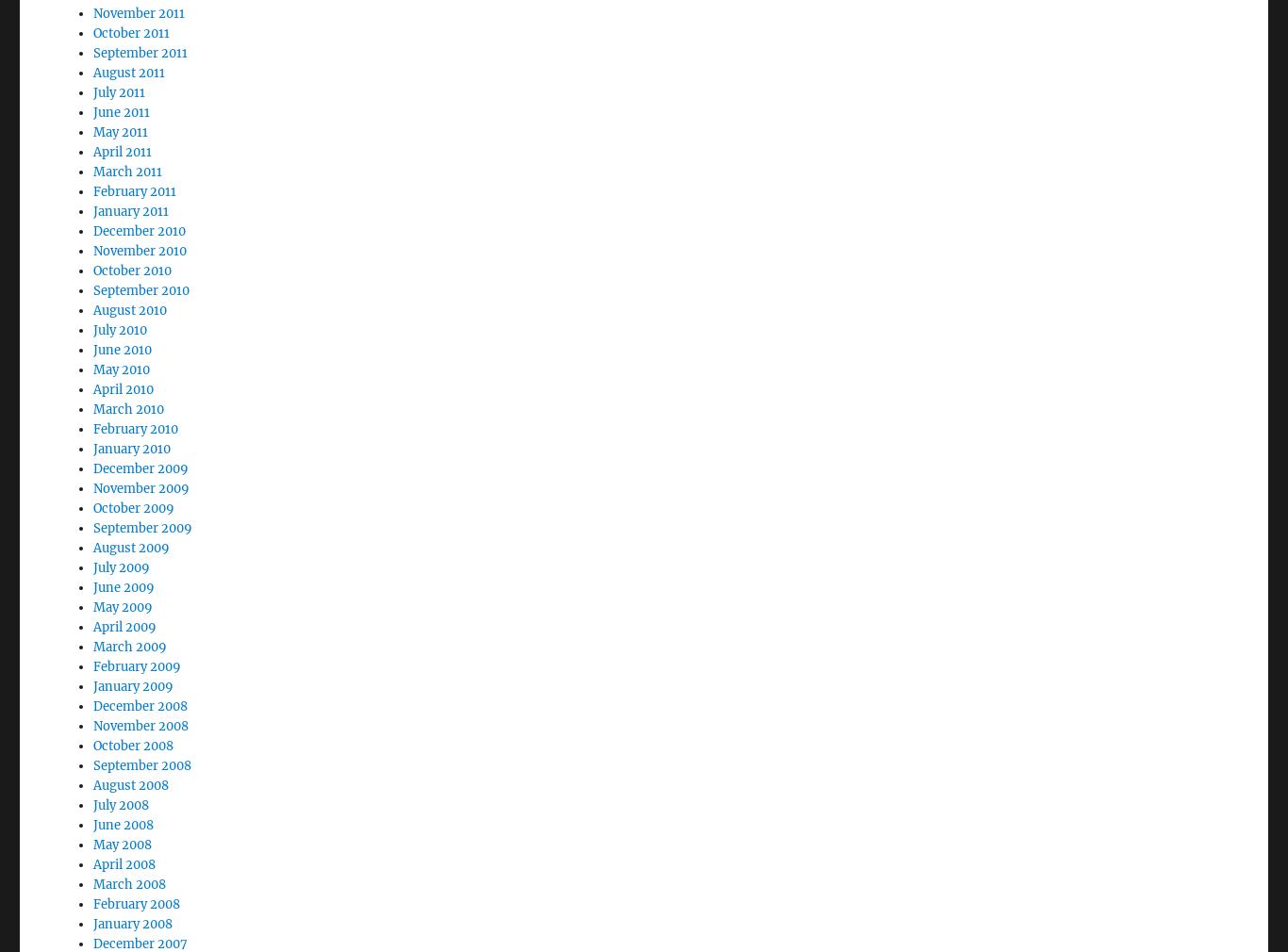  What do you see at coordinates (140, 436) in the screenshot?
I see `'November 2009'` at bounding box center [140, 436].